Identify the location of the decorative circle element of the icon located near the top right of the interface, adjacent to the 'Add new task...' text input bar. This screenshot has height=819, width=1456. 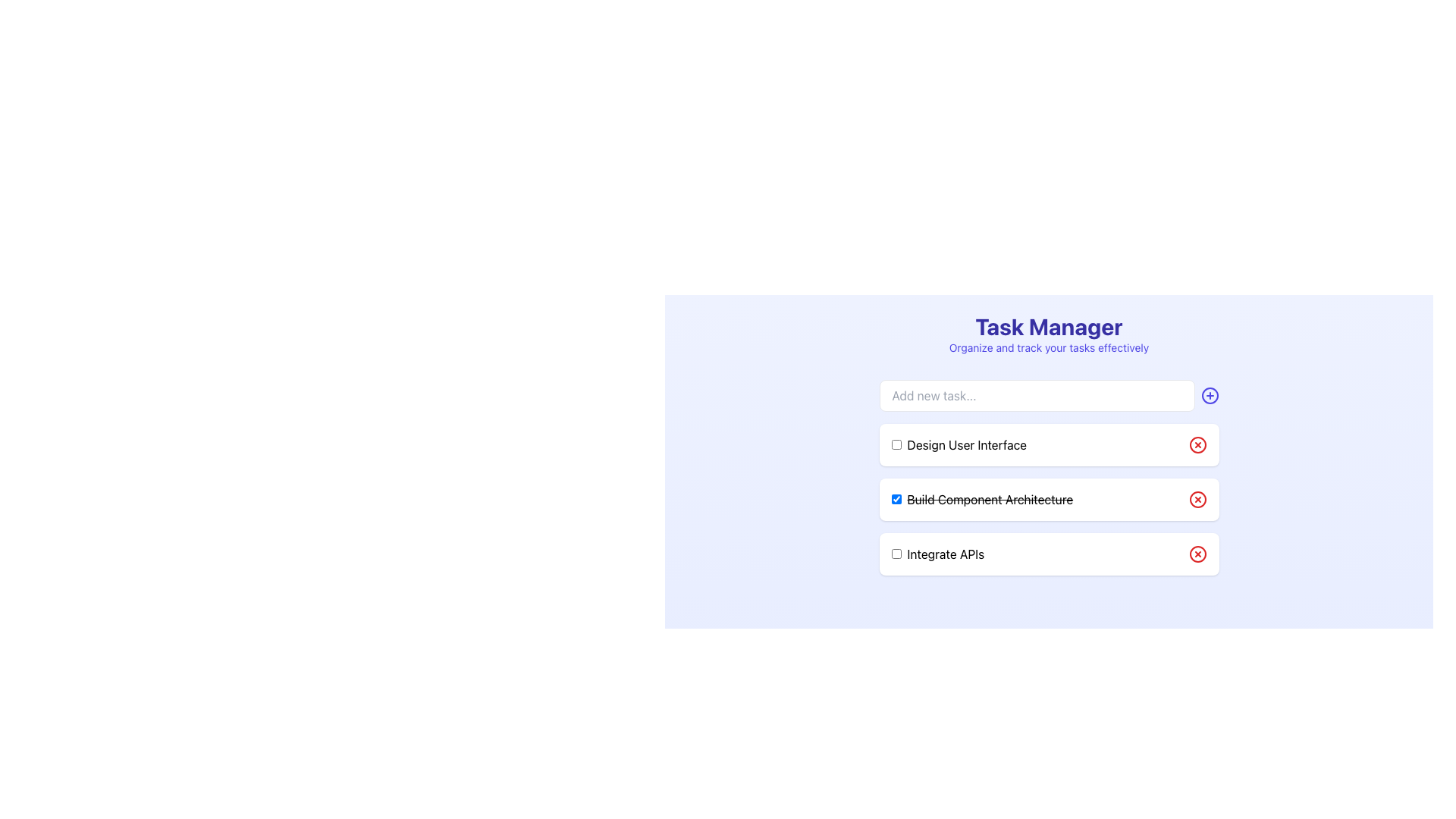
(1209, 394).